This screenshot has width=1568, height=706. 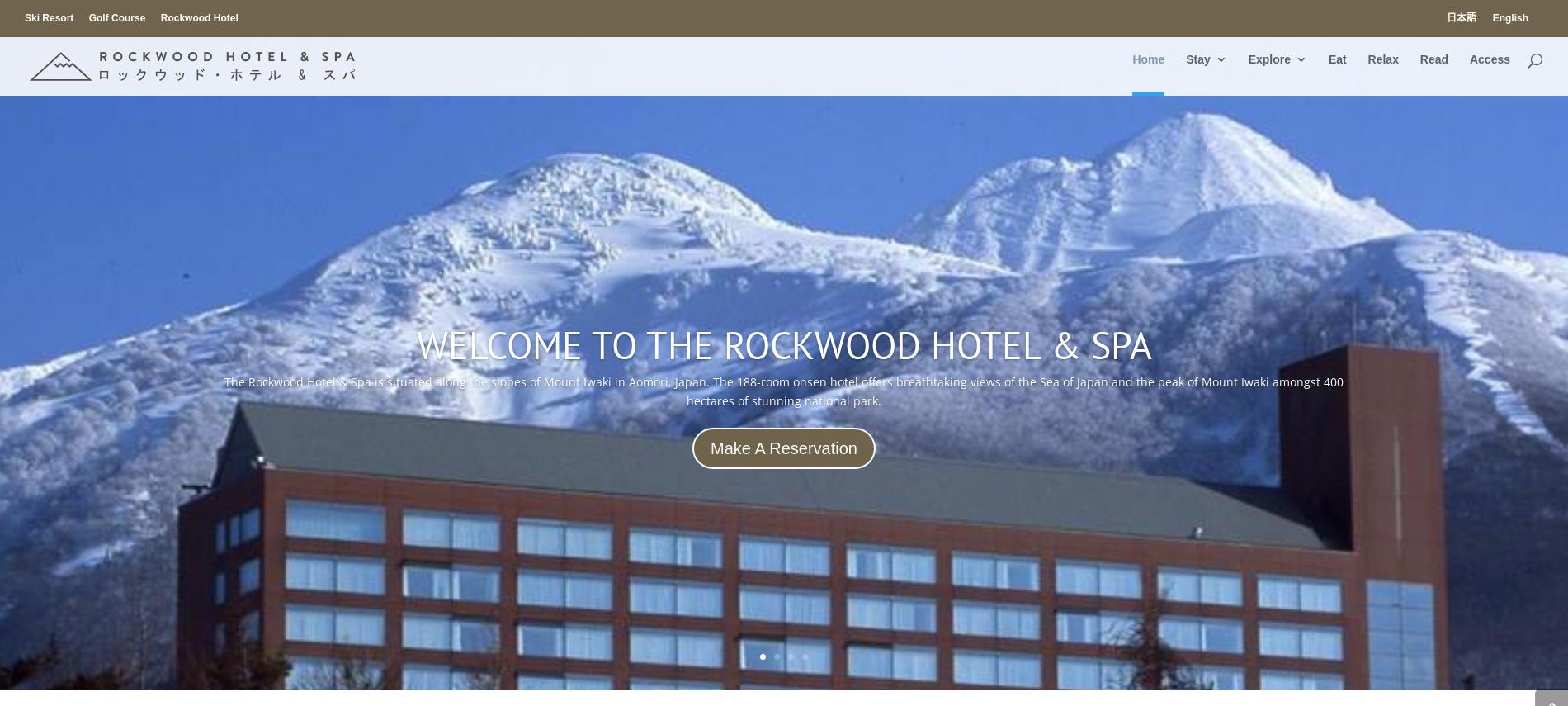 I want to click on 'Trekking', so click(x=1304, y=173).